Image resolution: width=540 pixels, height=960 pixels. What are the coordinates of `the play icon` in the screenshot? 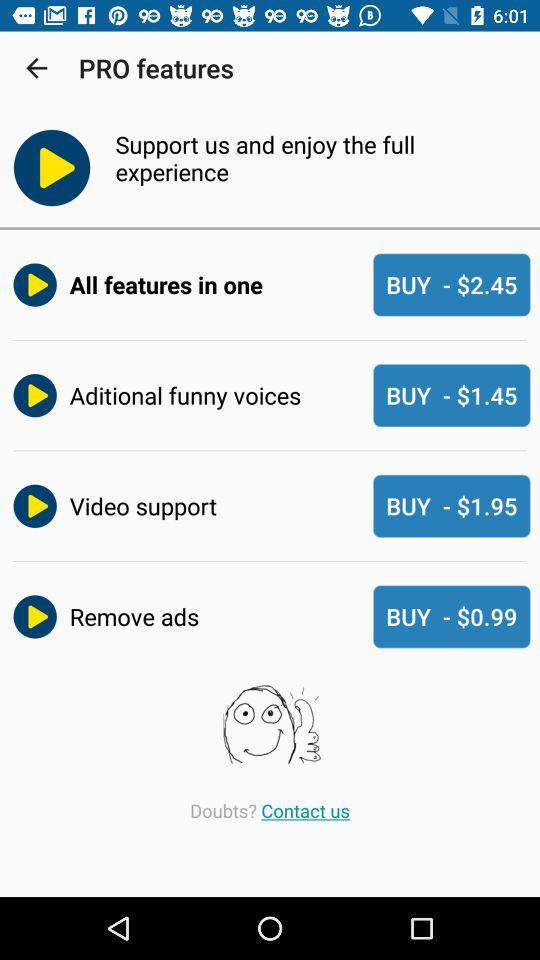 It's located at (30, 394).